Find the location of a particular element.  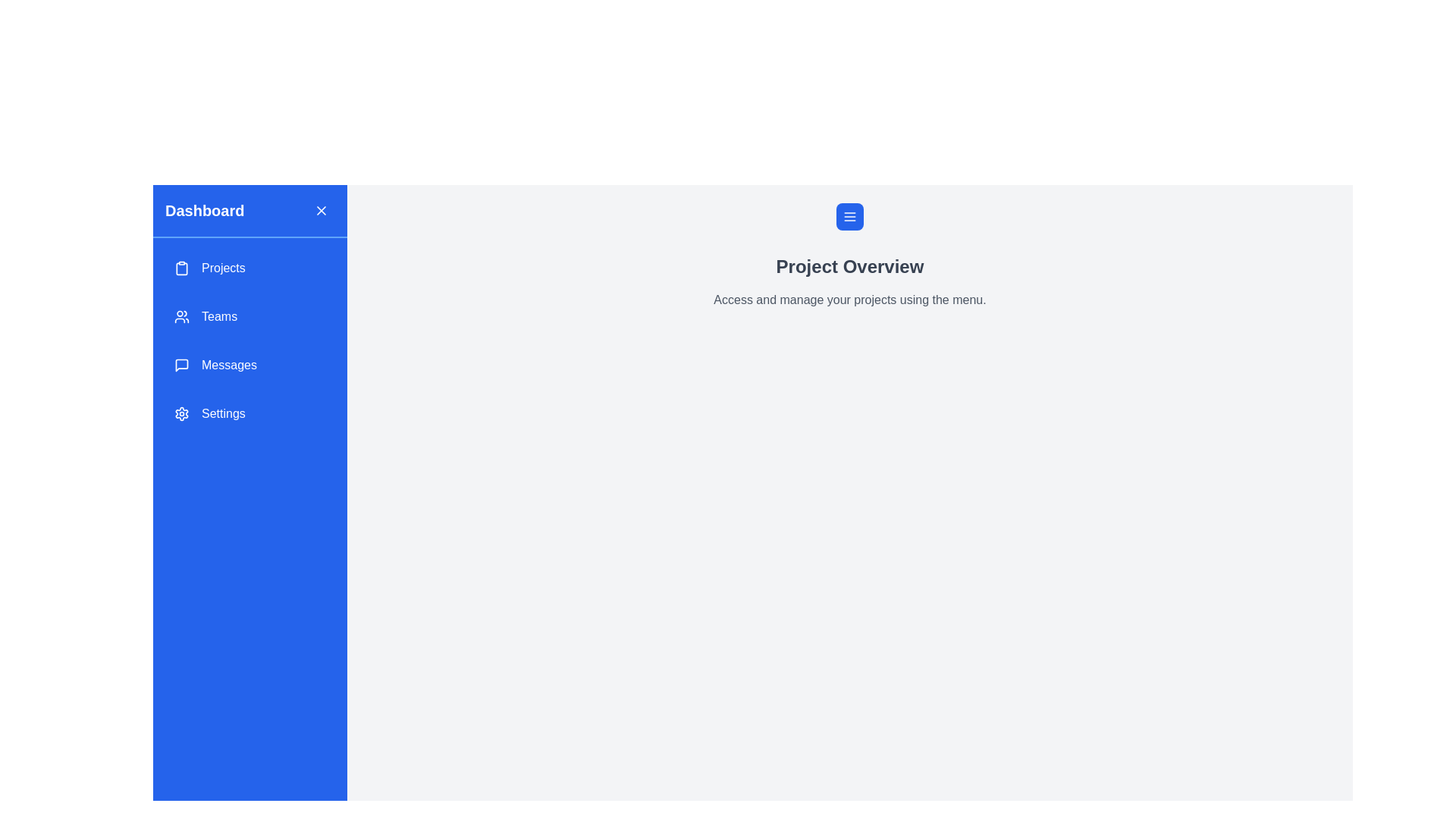

the 'Messages' icon located on the vertical blue sidebar, which is positioned between the 'Teams' and 'Settings' menu items is located at coordinates (182, 366).